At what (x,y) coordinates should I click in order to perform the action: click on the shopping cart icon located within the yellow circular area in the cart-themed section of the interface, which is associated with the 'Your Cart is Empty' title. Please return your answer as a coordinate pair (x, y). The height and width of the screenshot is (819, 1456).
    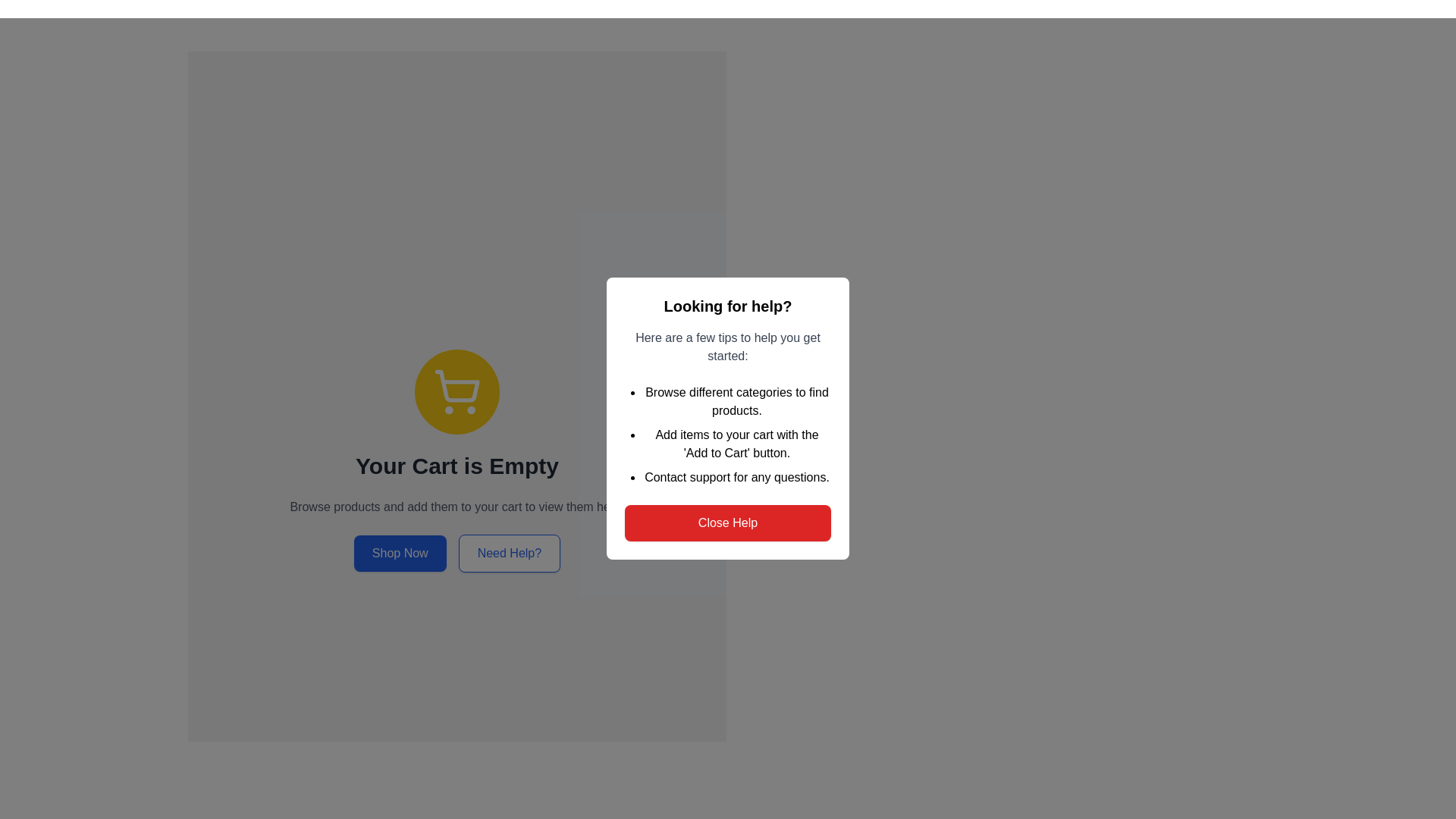
    Looking at the image, I should click on (457, 391).